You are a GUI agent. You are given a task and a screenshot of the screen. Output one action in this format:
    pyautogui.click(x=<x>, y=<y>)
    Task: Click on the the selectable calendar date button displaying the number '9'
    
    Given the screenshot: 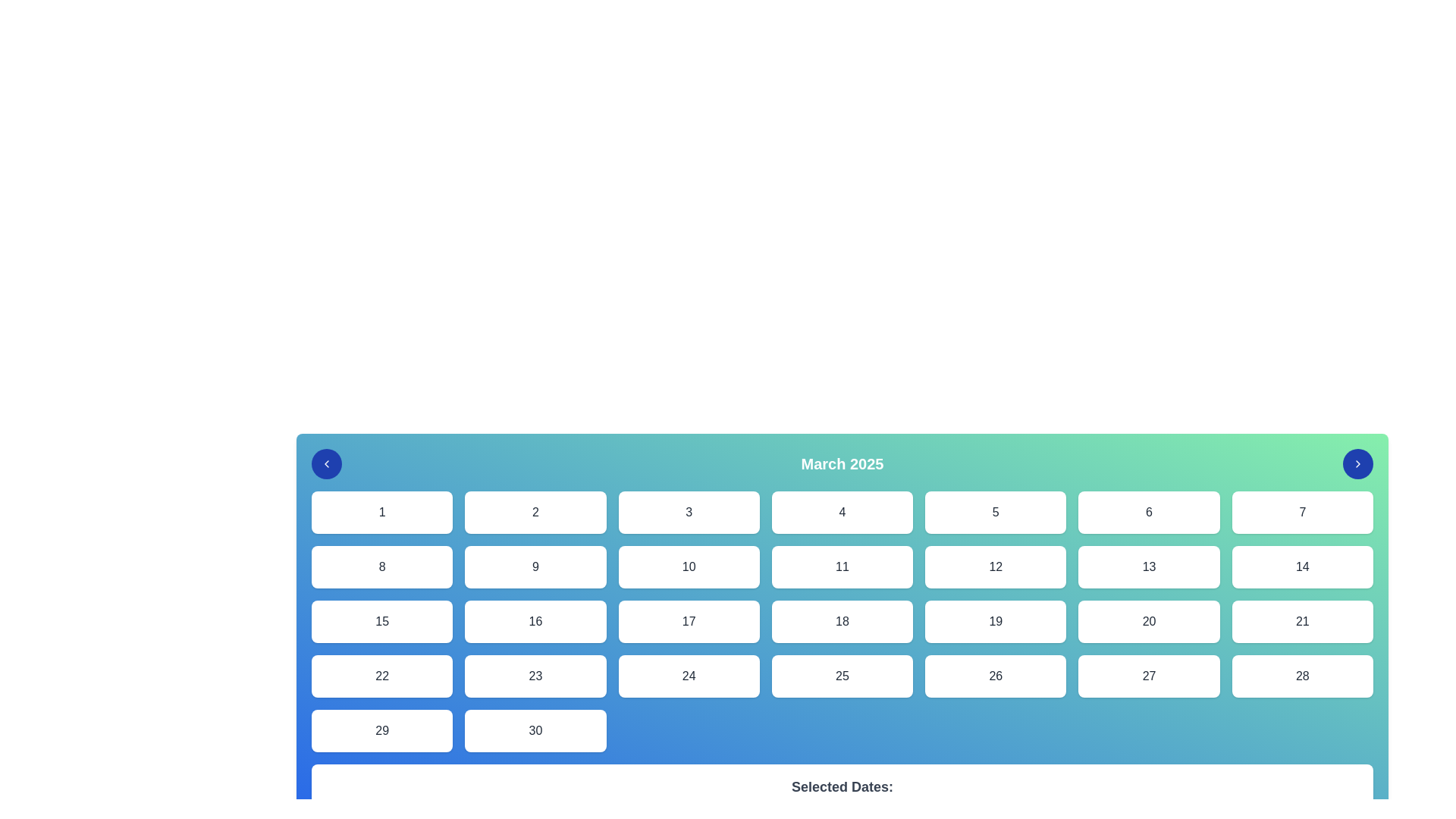 What is the action you would take?
    pyautogui.click(x=535, y=567)
    